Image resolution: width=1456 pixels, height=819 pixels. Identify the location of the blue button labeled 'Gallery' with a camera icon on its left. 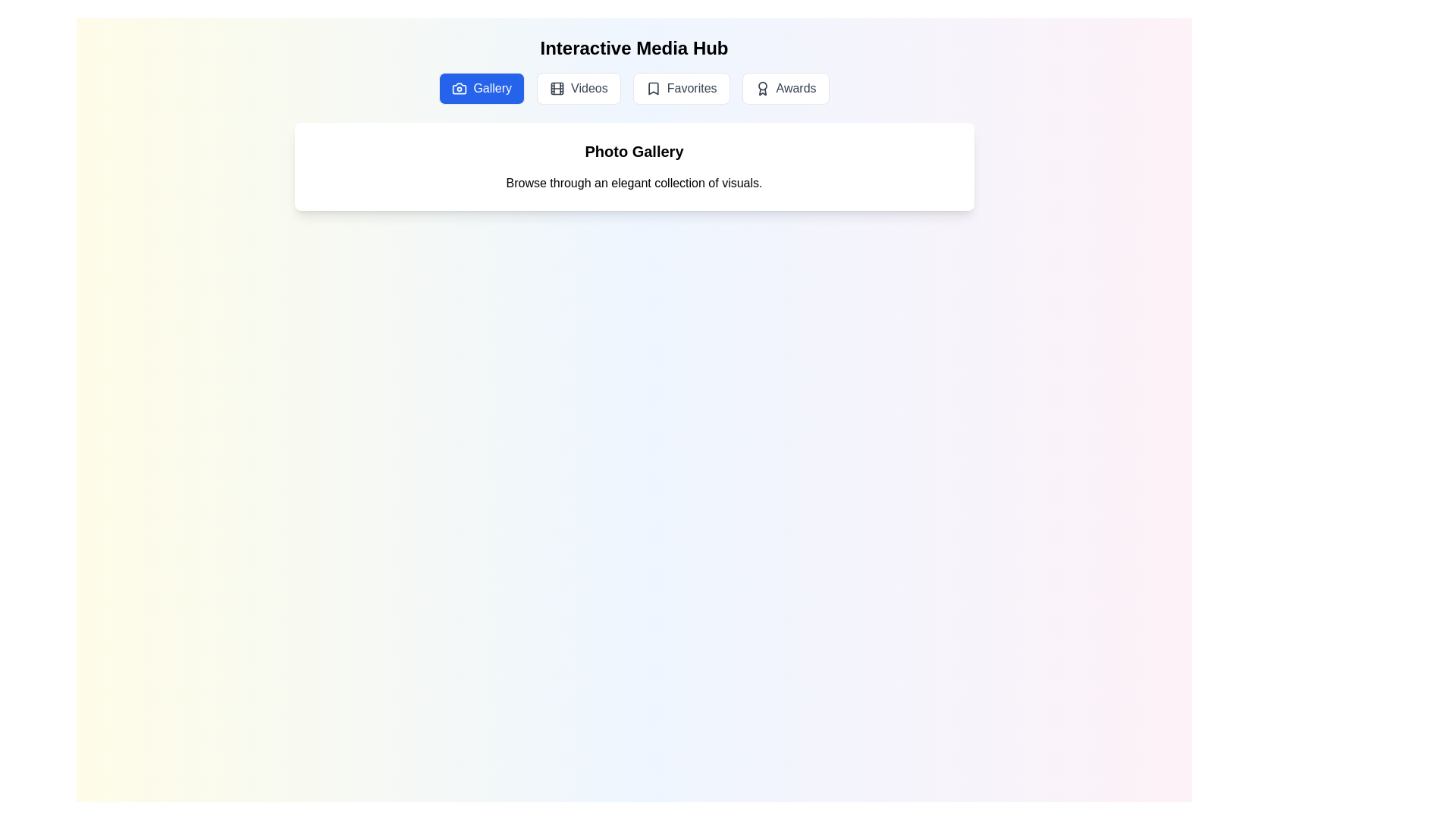
(481, 88).